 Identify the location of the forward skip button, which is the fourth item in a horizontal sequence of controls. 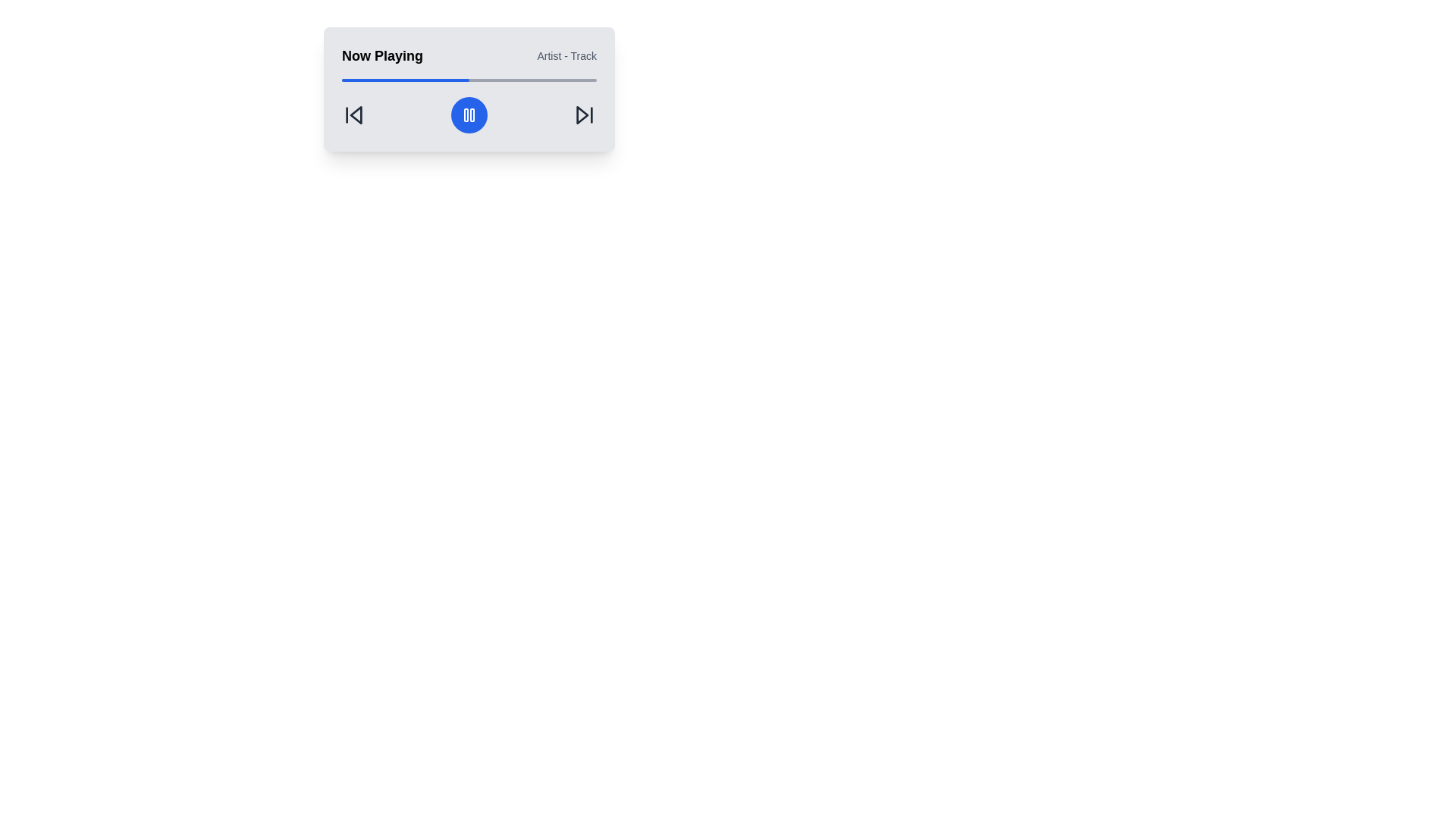
(584, 114).